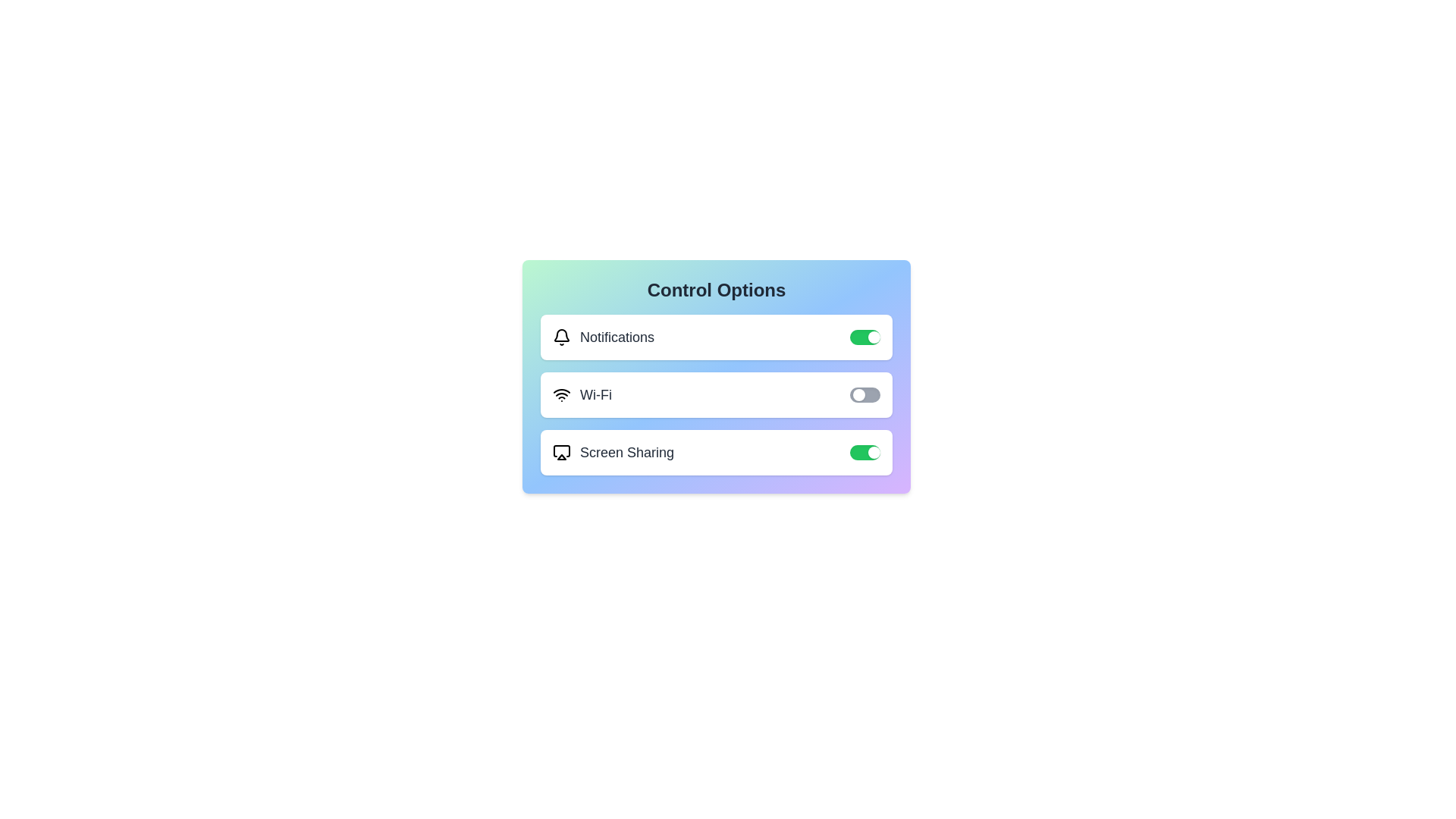  I want to click on the text label of the option Wi-Fi to focus or highlight it, so click(582, 394).